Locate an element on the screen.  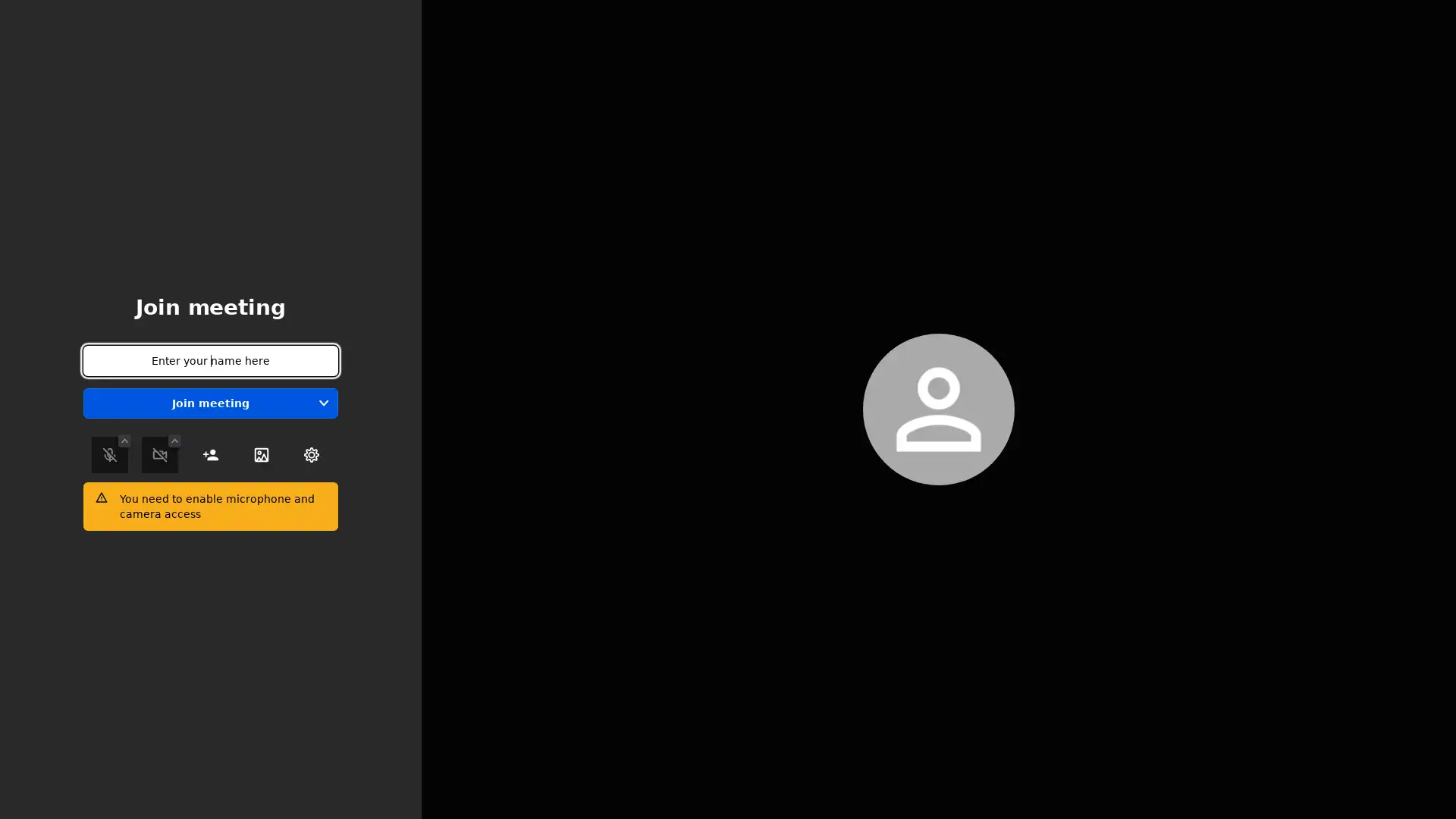
Toggle settings is located at coordinates (311, 454).